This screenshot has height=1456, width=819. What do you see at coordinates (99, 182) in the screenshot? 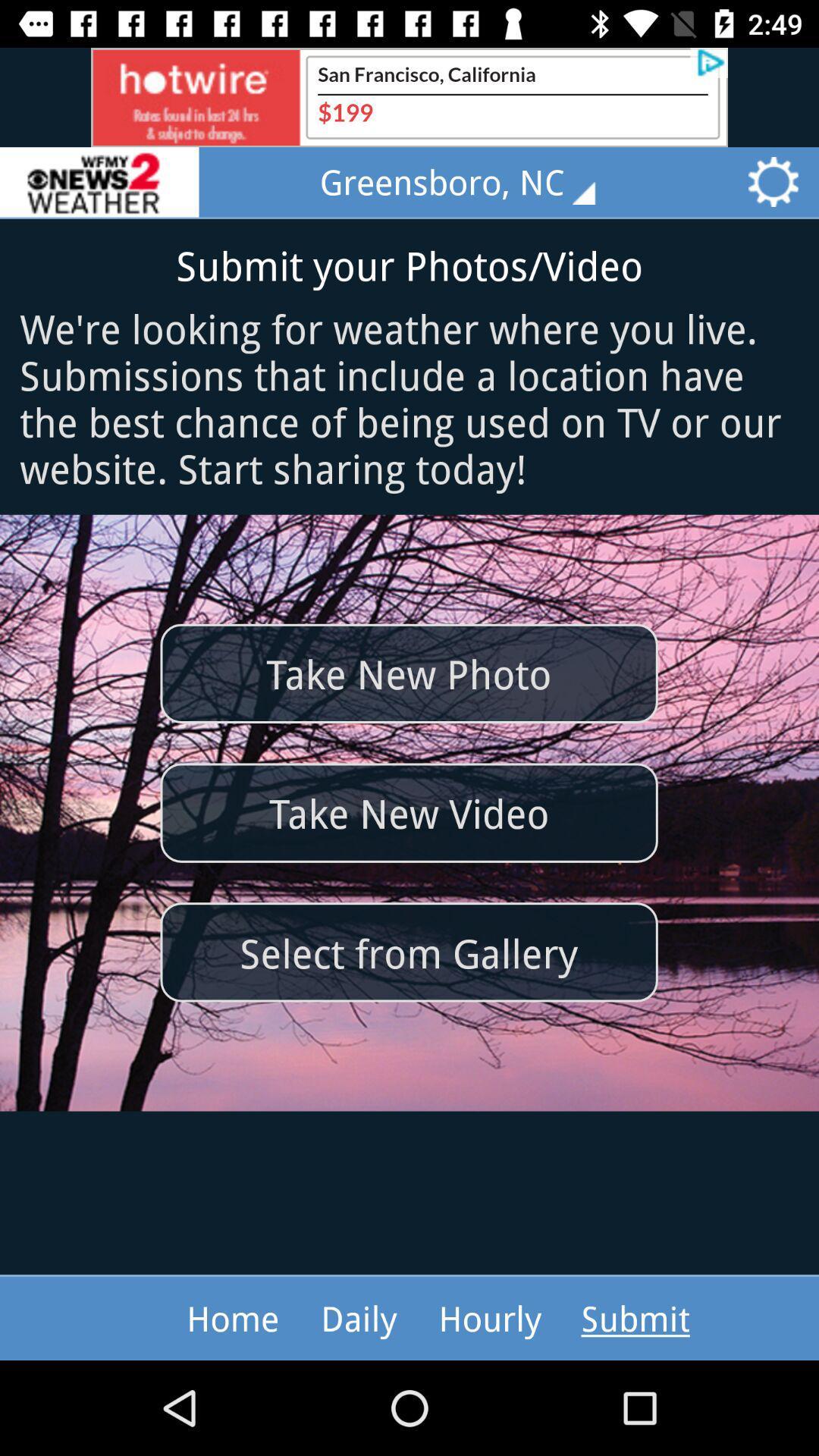
I see `weather report` at bounding box center [99, 182].